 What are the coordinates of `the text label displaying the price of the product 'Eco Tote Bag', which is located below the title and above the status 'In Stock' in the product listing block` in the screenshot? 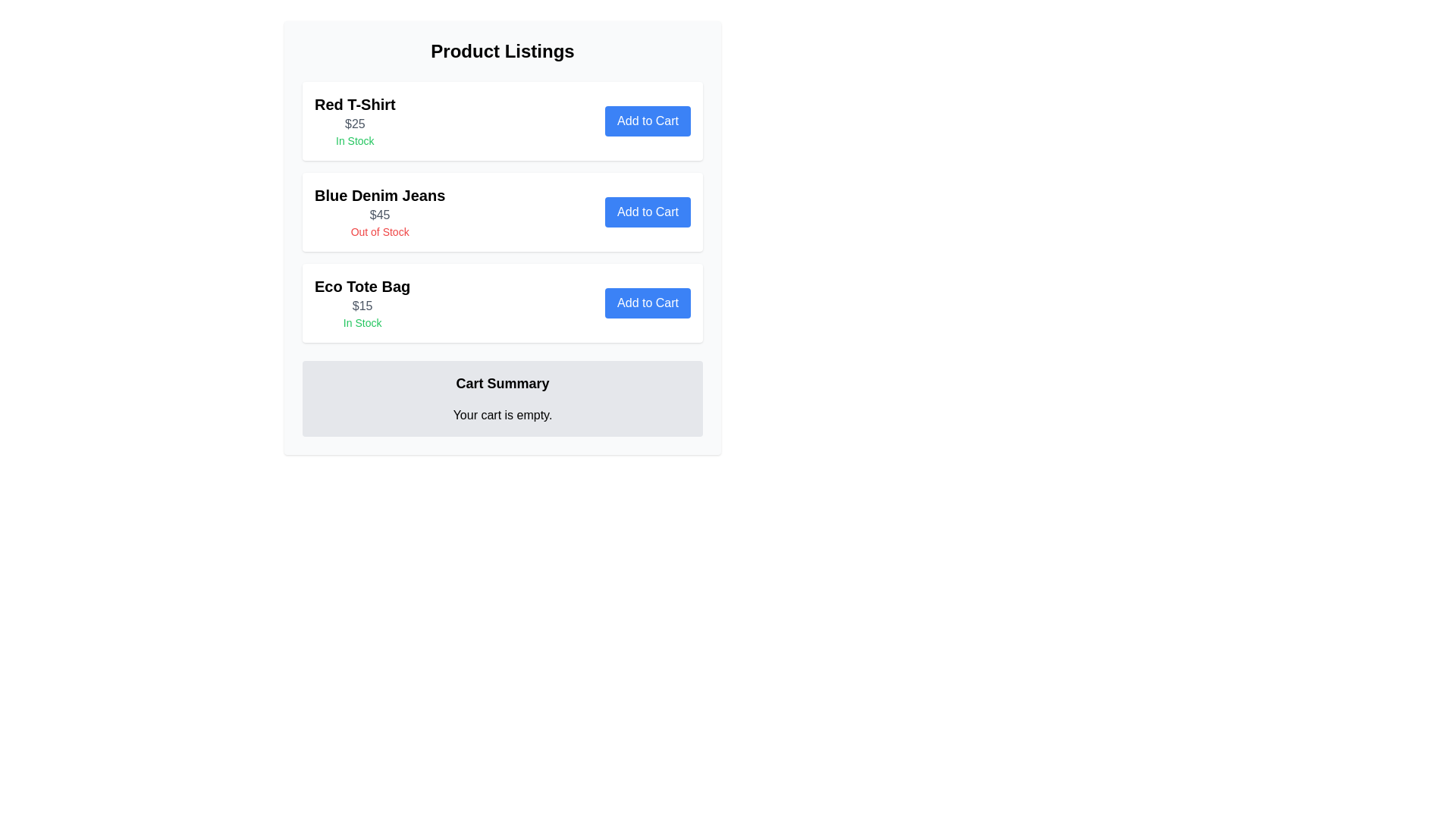 It's located at (362, 306).